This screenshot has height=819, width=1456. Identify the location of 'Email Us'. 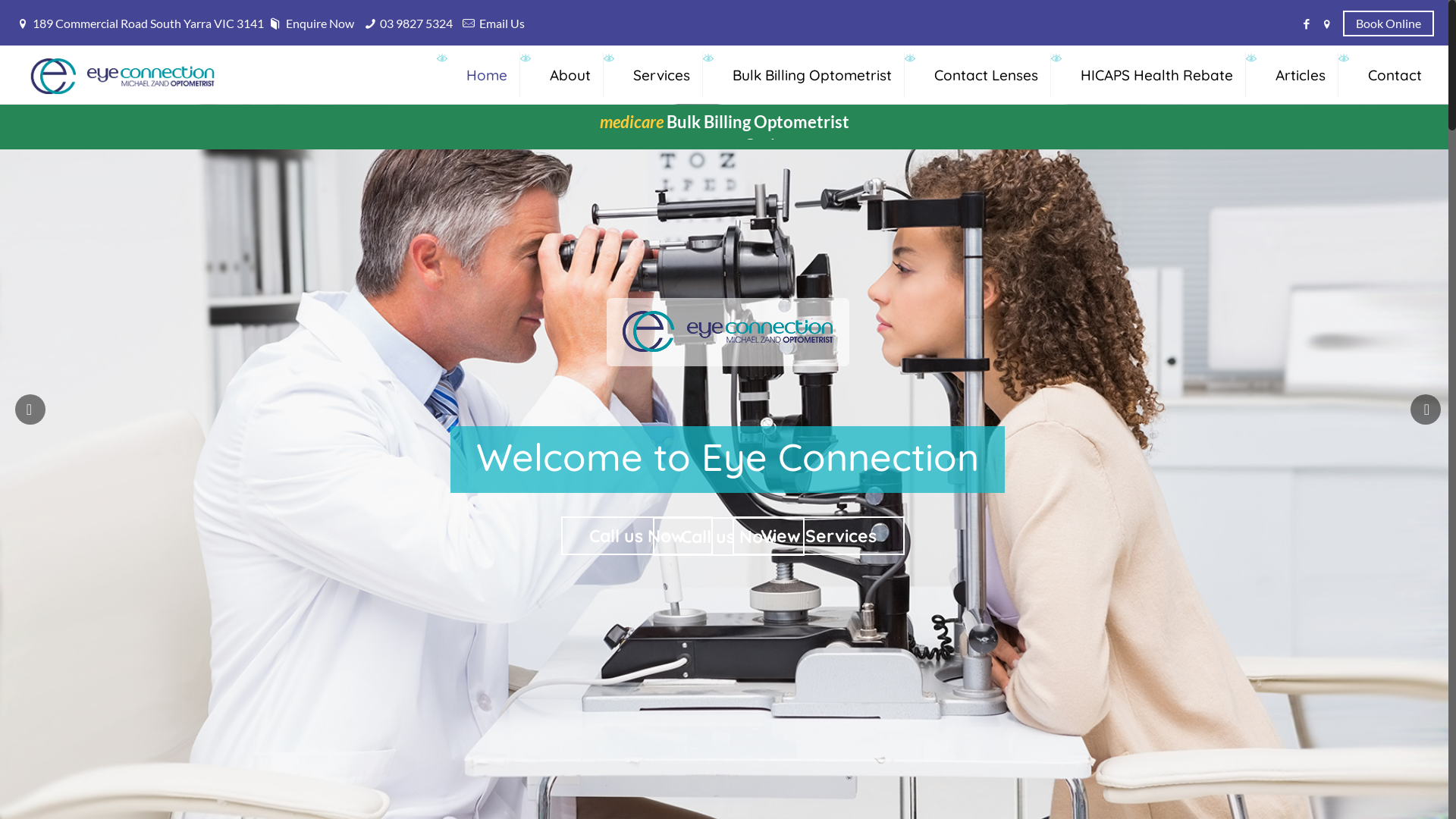
(502, 23).